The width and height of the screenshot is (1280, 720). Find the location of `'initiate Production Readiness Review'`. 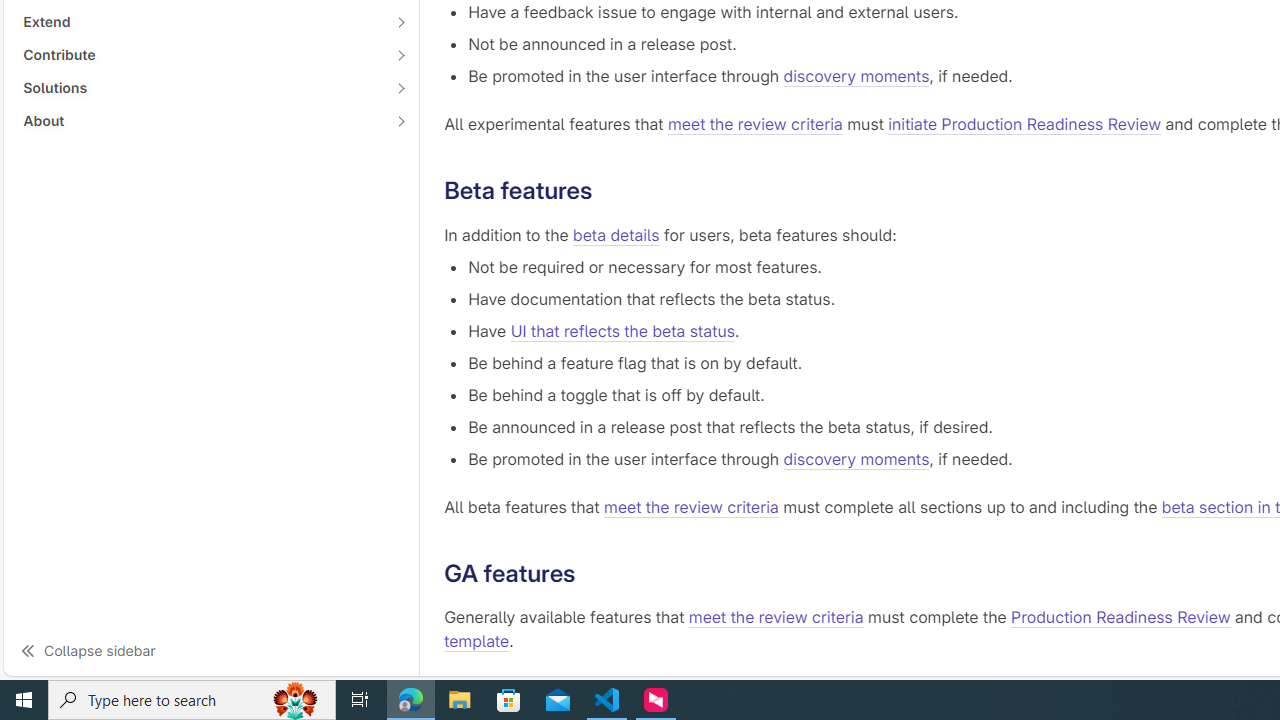

'initiate Production Readiness Review' is located at coordinates (1025, 124).